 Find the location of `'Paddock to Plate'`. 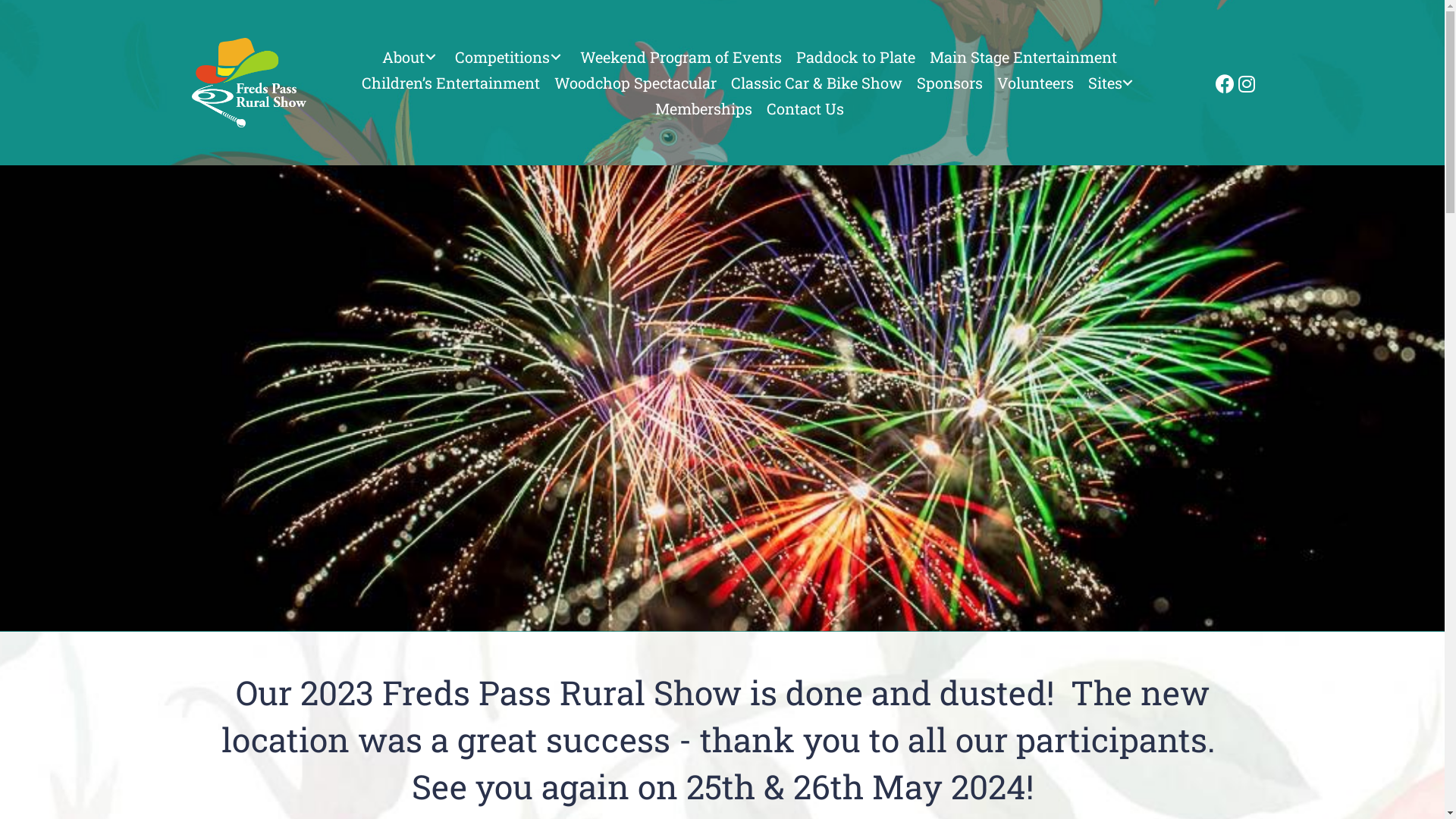

'Paddock to Plate' is located at coordinates (855, 55).